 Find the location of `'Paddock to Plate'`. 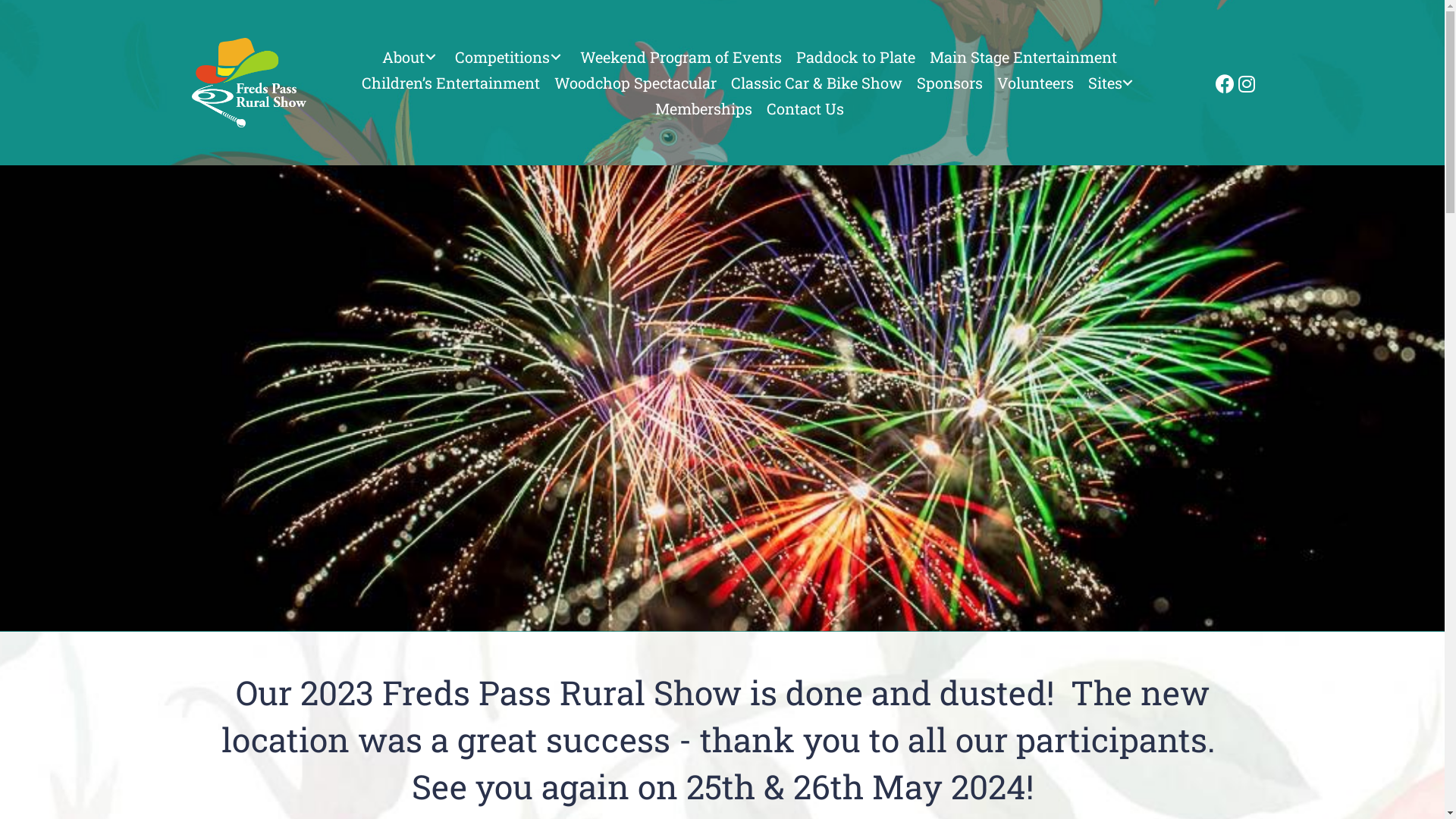

'Paddock to Plate' is located at coordinates (855, 55).